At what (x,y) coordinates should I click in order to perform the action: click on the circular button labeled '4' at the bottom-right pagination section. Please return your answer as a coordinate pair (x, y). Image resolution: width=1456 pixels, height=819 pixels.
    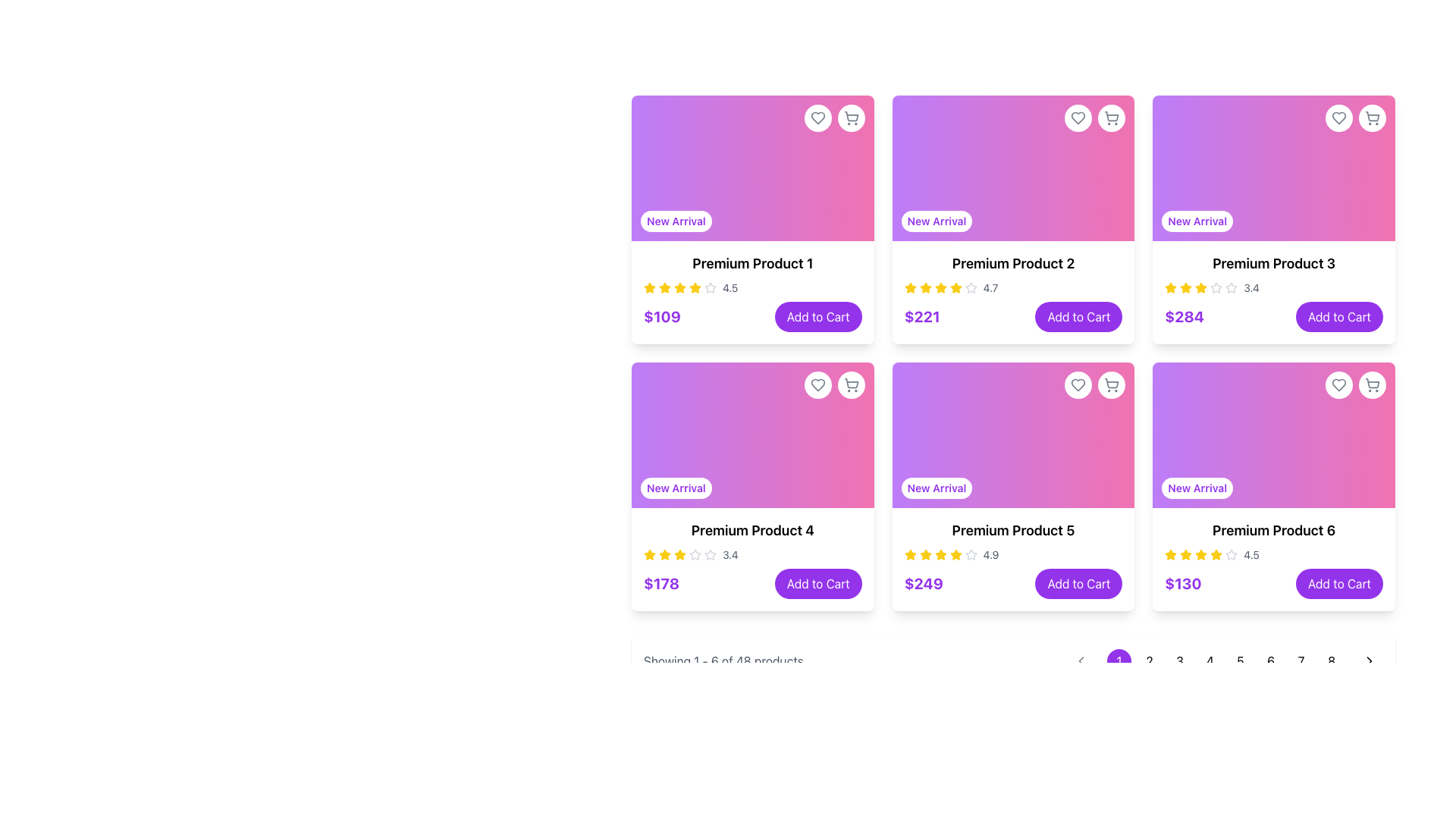
    Looking at the image, I should click on (1210, 660).